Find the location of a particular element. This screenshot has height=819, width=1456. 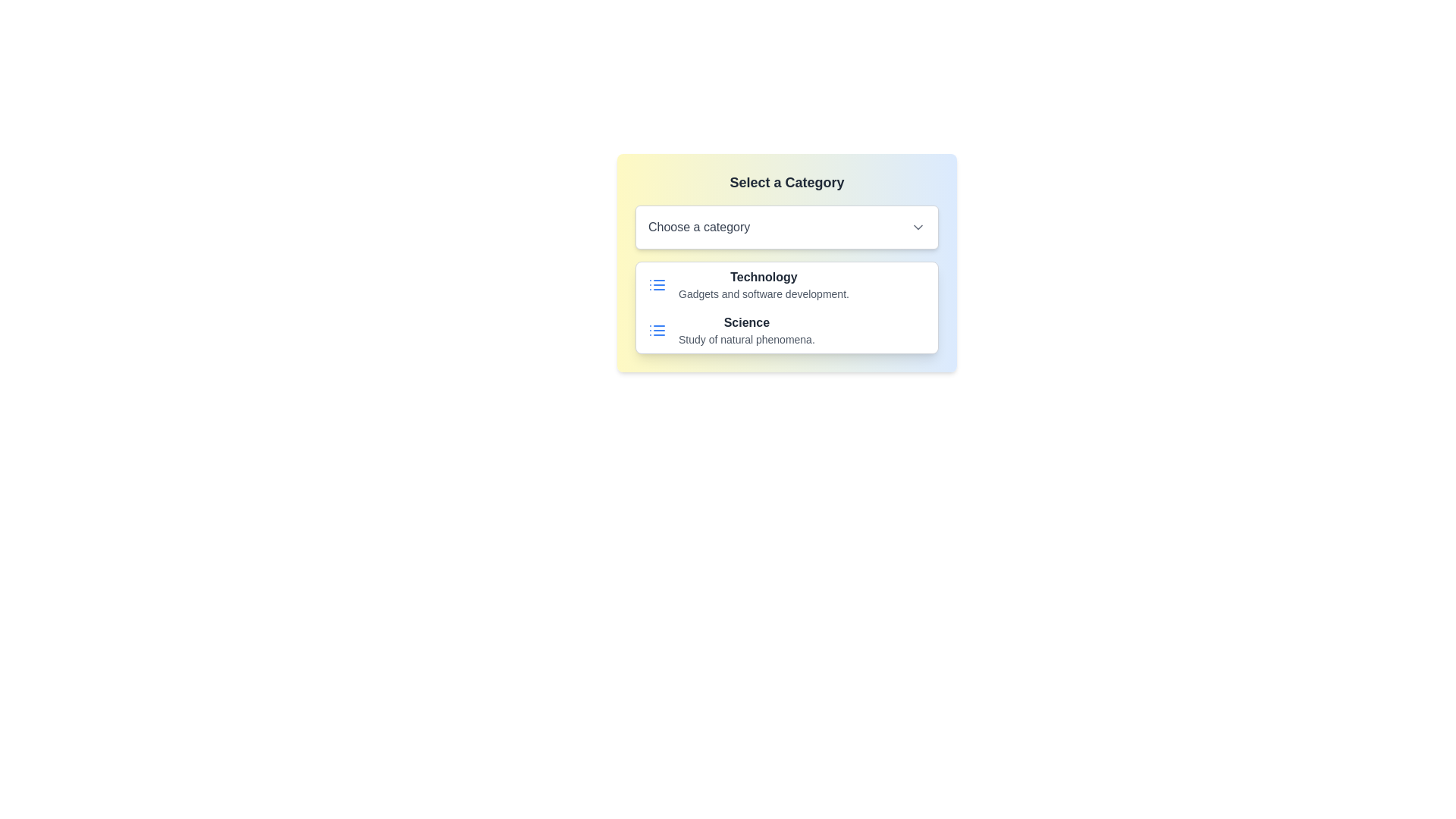

the blue rectangular icon resembling a list with three horizontal lines and dots, located to the left of the 'Science' title in the dropdown menu is located at coordinates (657, 329).